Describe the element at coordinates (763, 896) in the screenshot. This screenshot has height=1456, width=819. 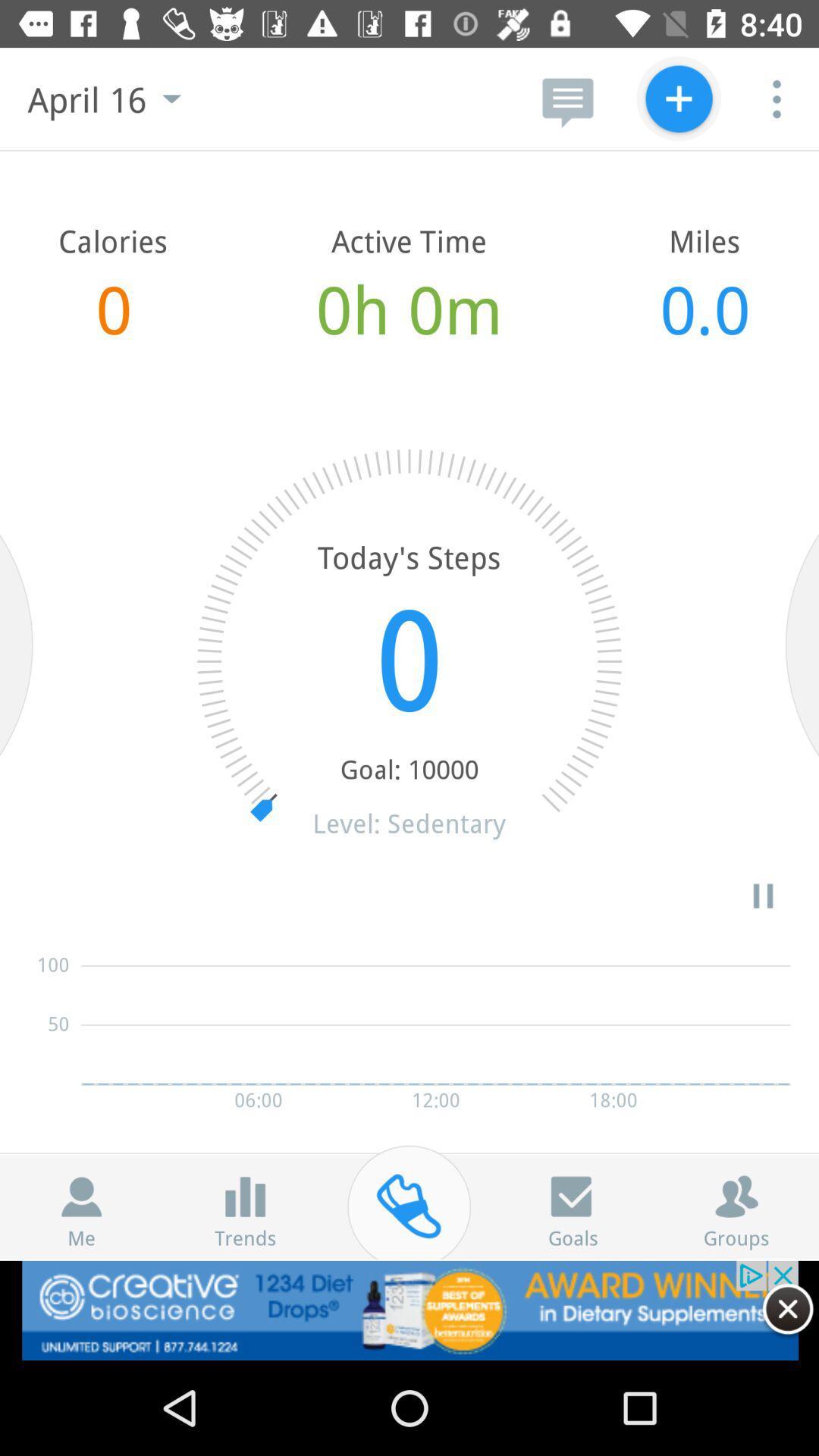
I see `the pause icon` at that location.